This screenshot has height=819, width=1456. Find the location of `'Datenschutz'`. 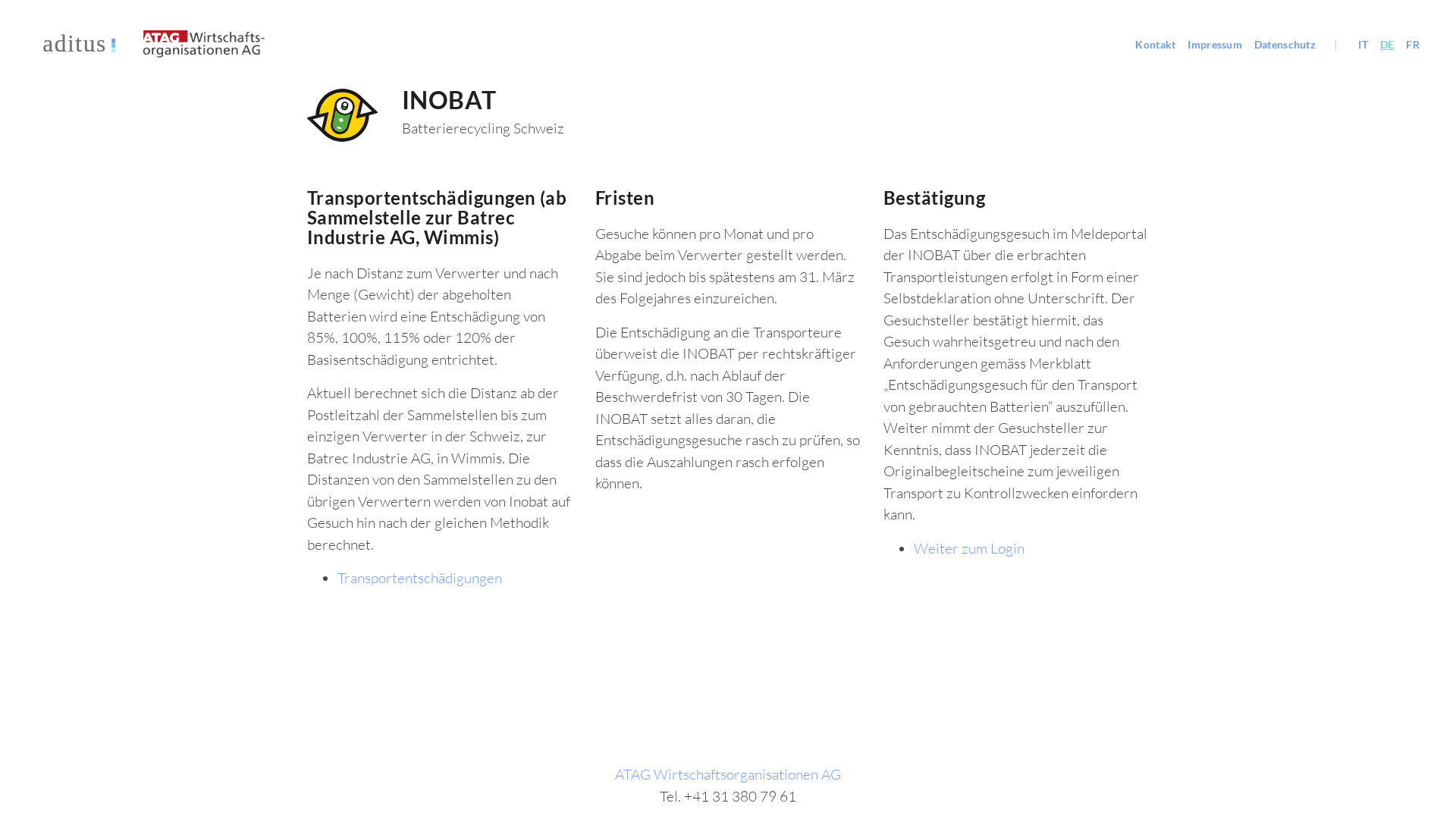

'Datenschutz' is located at coordinates (1248, 43).